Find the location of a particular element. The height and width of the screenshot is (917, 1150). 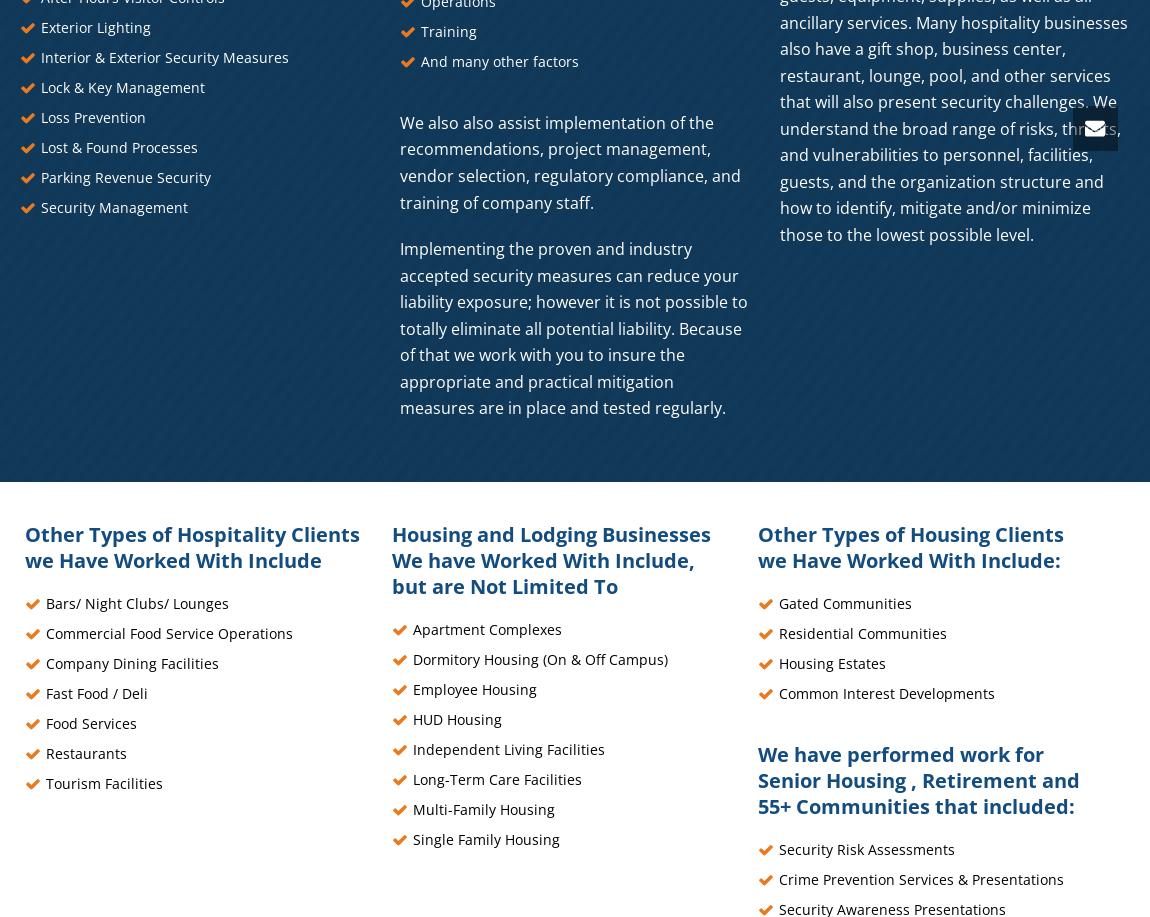

'Security Risk Assessments' is located at coordinates (866, 848).